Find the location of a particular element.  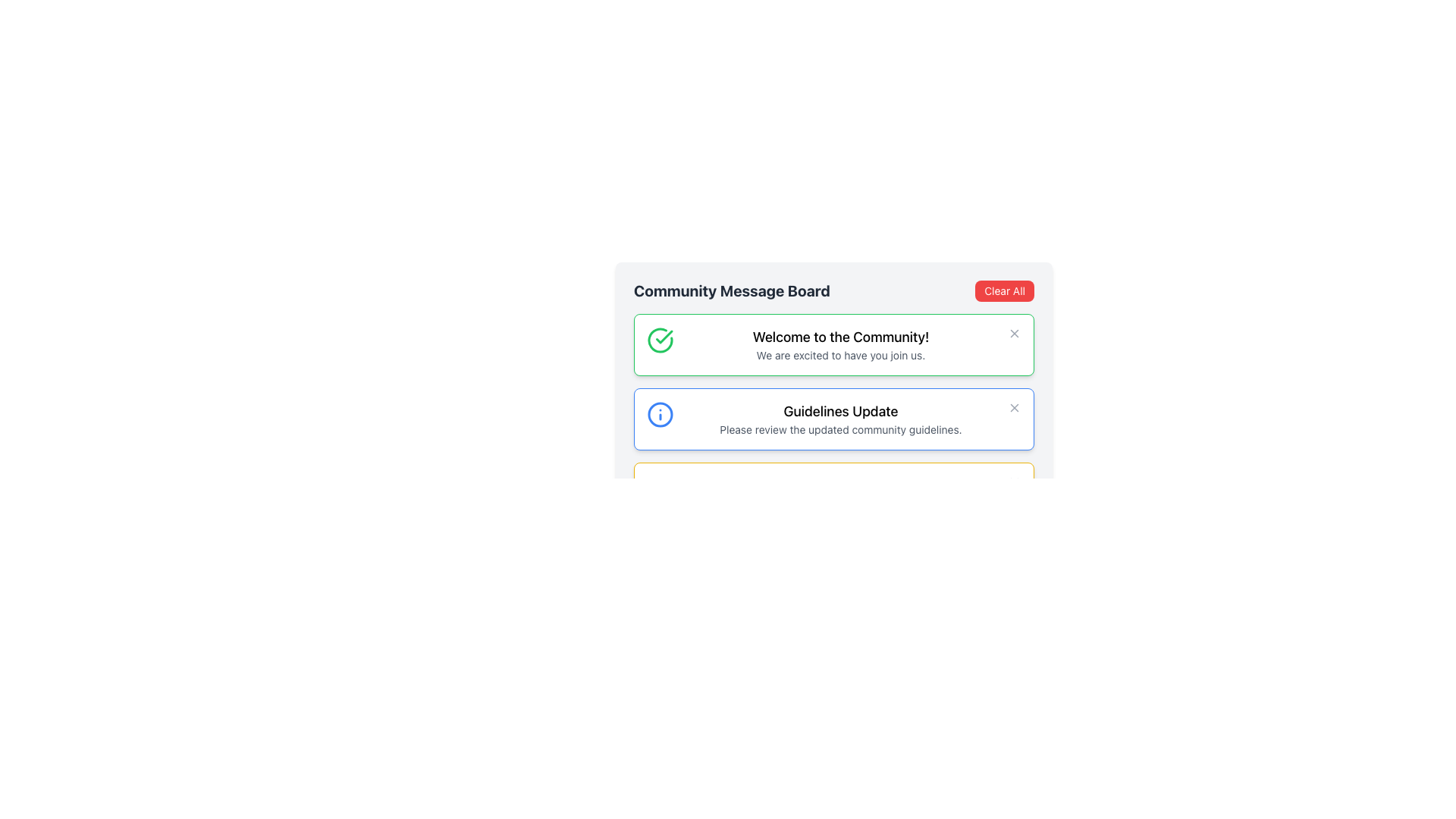

the updated community guidelines information displayed in the second informational text block on the Community Message Board interface, which is highlighted with a blue border and located just below the information icon is located at coordinates (839, 419).